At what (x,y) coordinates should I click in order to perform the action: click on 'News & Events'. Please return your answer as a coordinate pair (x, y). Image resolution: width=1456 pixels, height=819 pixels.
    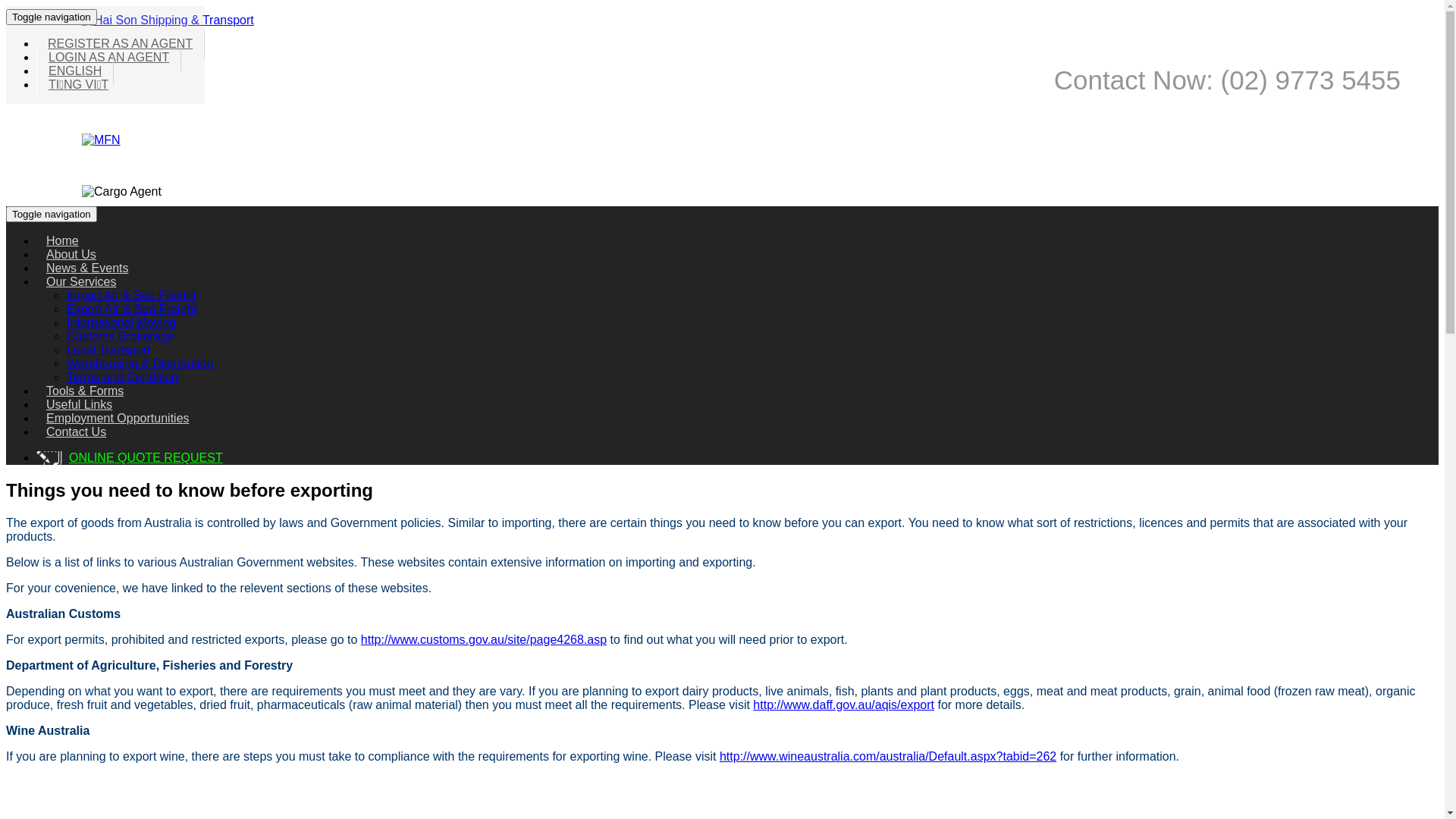
    Looking at the image, I should click on (36, 267).